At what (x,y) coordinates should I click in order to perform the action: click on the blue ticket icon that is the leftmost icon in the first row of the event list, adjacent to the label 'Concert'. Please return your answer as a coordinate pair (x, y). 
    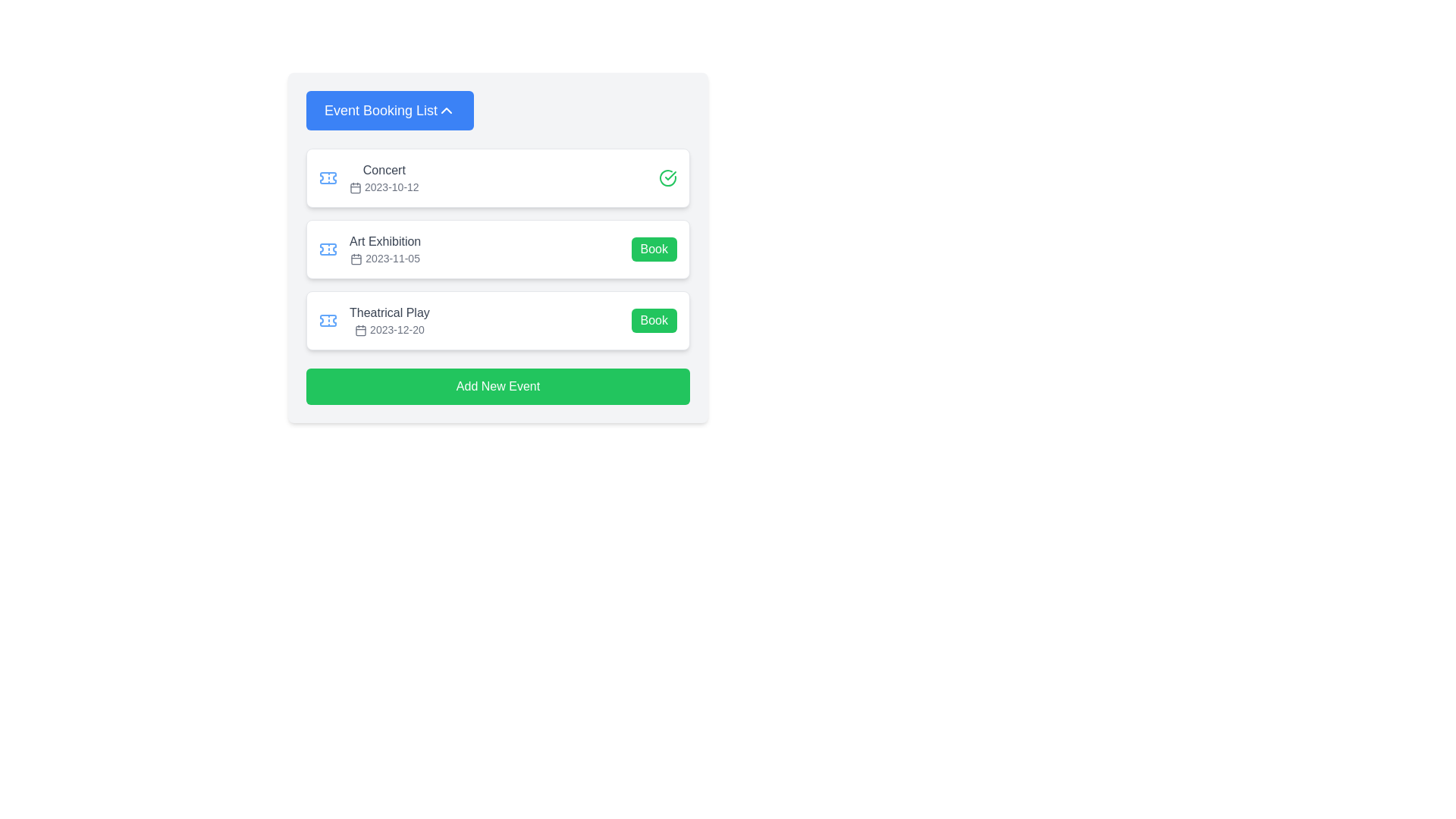
    Looking at the image, I should click on (327, 177).